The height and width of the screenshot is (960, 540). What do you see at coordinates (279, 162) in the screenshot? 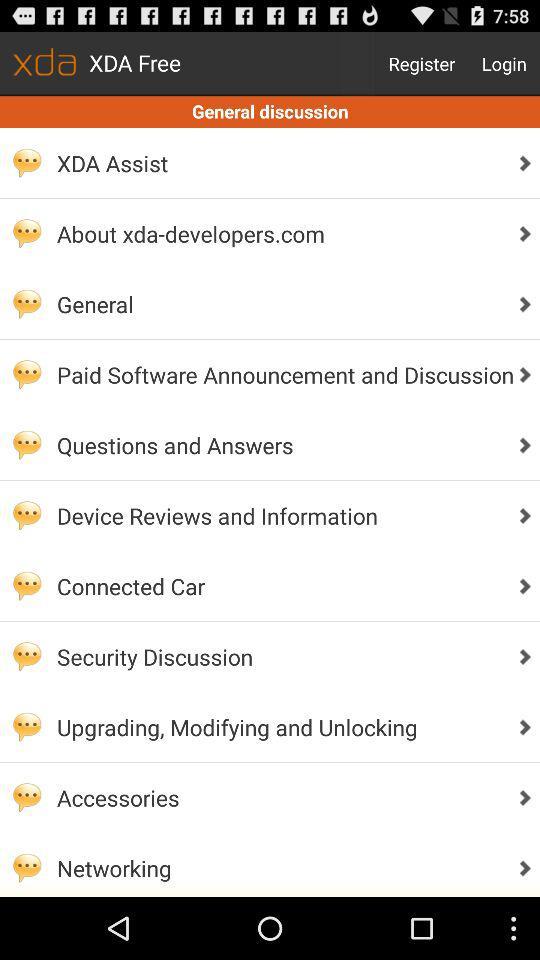
I see `the xda assist icon` at bounding box center [279, 162].